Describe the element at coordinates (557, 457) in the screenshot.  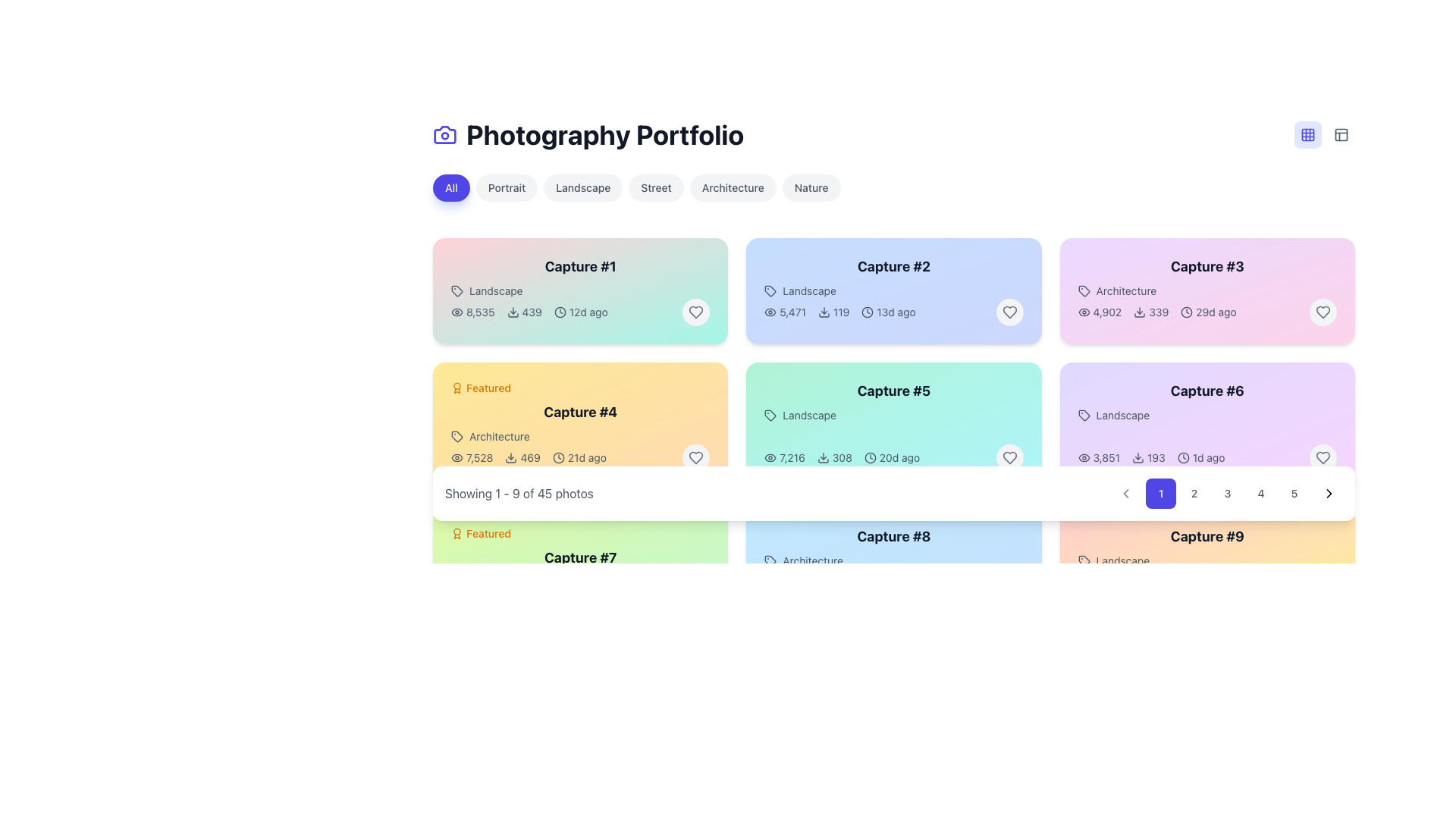
I see `the circular shape within the SVG clock icon located at the bottom center of the orange card labeled 'Capture #4'` at that location.